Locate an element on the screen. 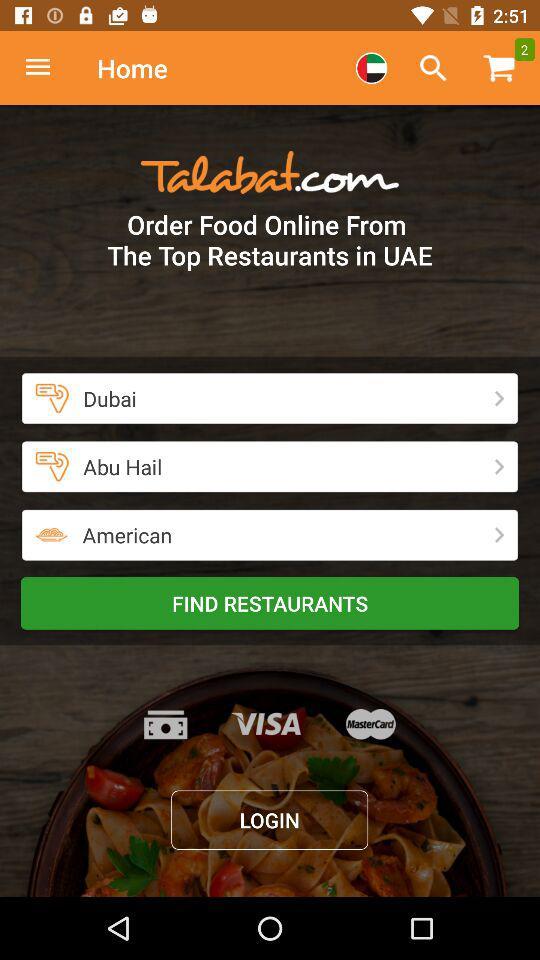 The width and height of the screenshot is (540, 960). search button is located at coordinates (432, 68).